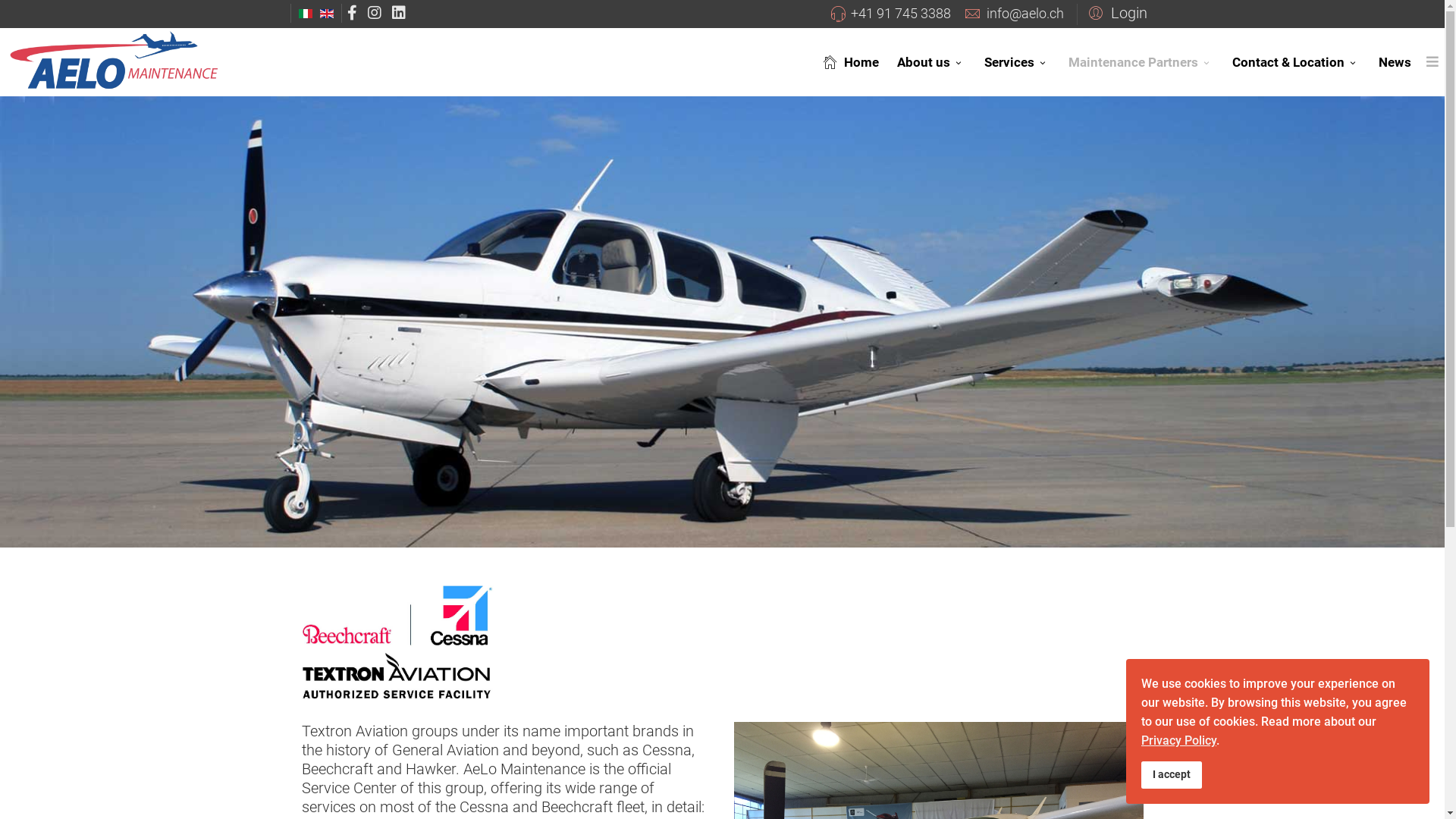 The height and width of the screenshot is (819, 1456). I want to click on 'info@aelo.ch', so click(1024, 13).